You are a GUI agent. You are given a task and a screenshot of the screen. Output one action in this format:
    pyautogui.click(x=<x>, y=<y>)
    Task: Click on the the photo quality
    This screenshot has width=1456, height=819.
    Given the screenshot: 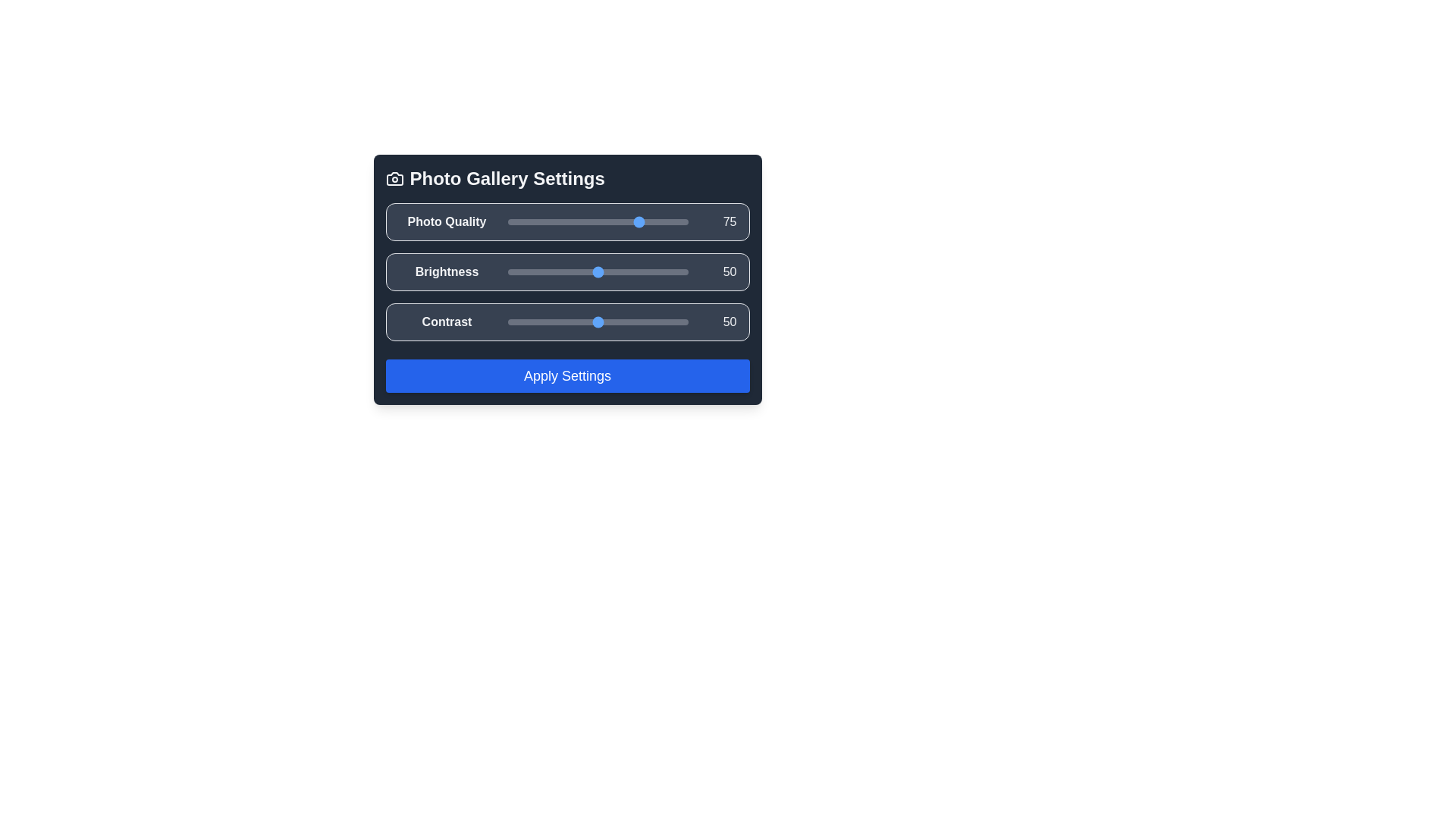 What is the action you would take?
    pyautogui.click(x=596, y=222)
    